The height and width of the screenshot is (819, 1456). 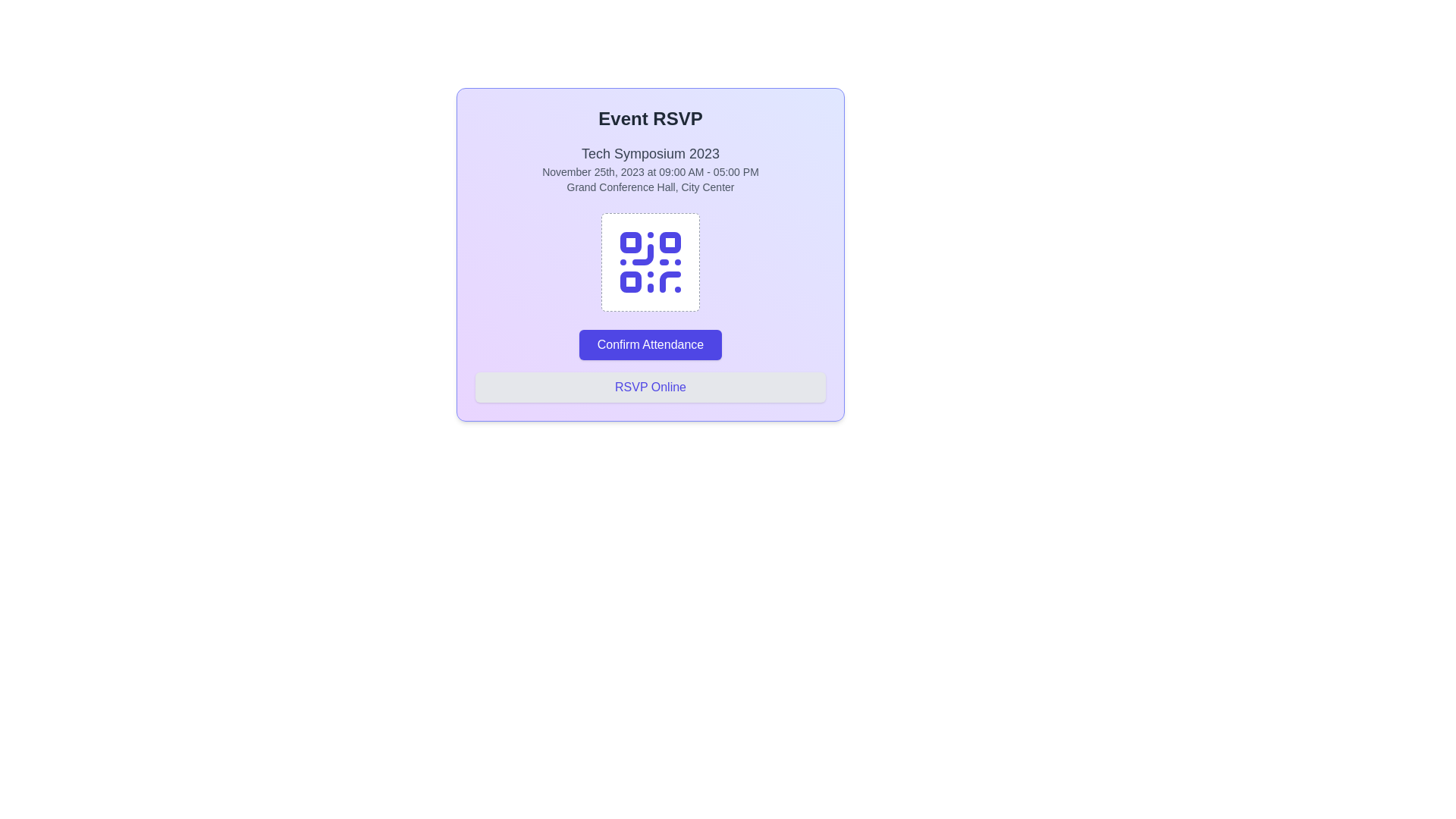 I want to click on the visual icon representing a QR code in the RSVP card interface, which is centrally positioned below the event title and description, so click(x=651, y=262).